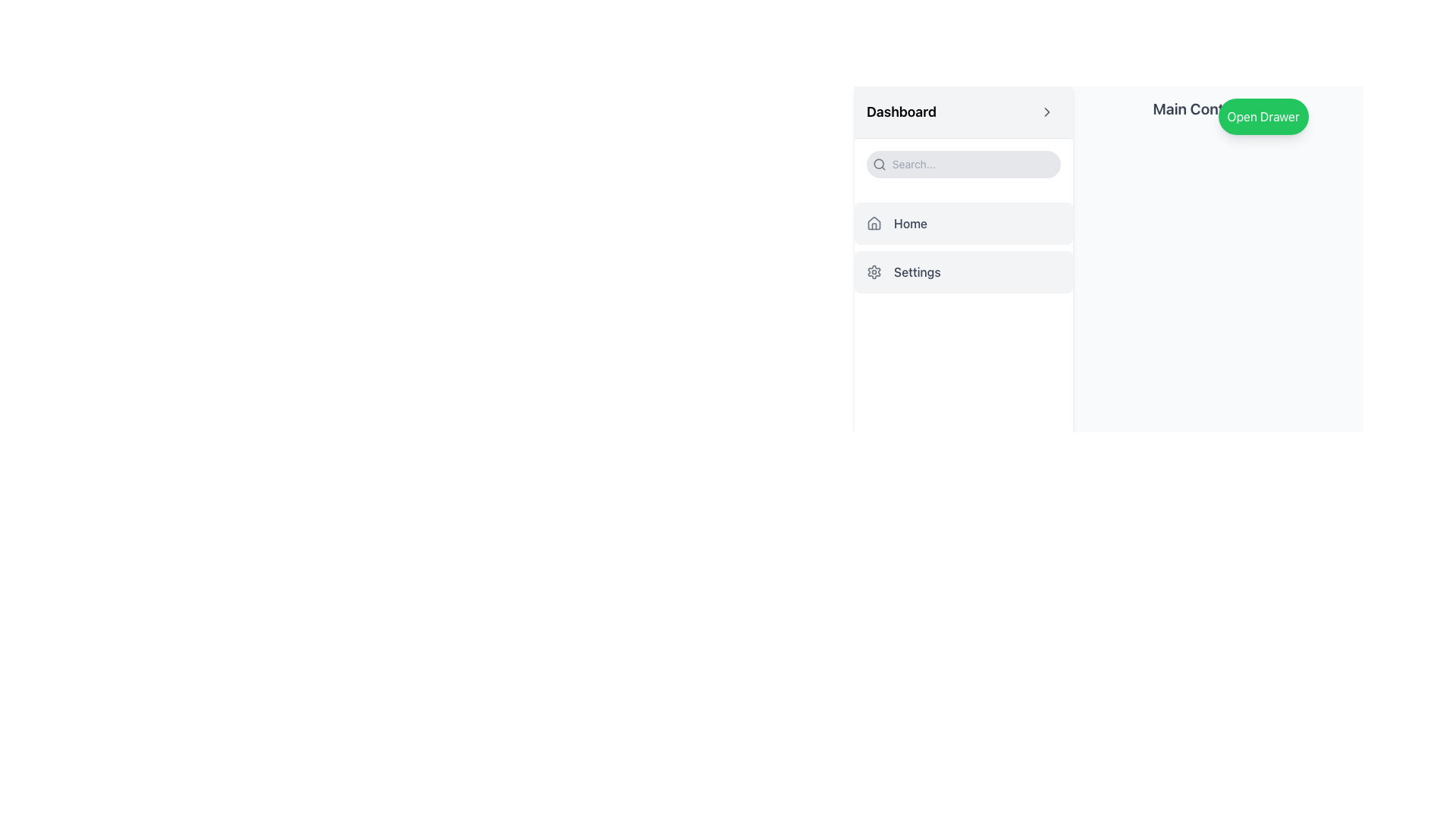 The height and width of the screenshot is (819, 1456). Describe the element at coordinates (963, 271) in the screenshot. I see `the second navigation button in the menu` at that location.